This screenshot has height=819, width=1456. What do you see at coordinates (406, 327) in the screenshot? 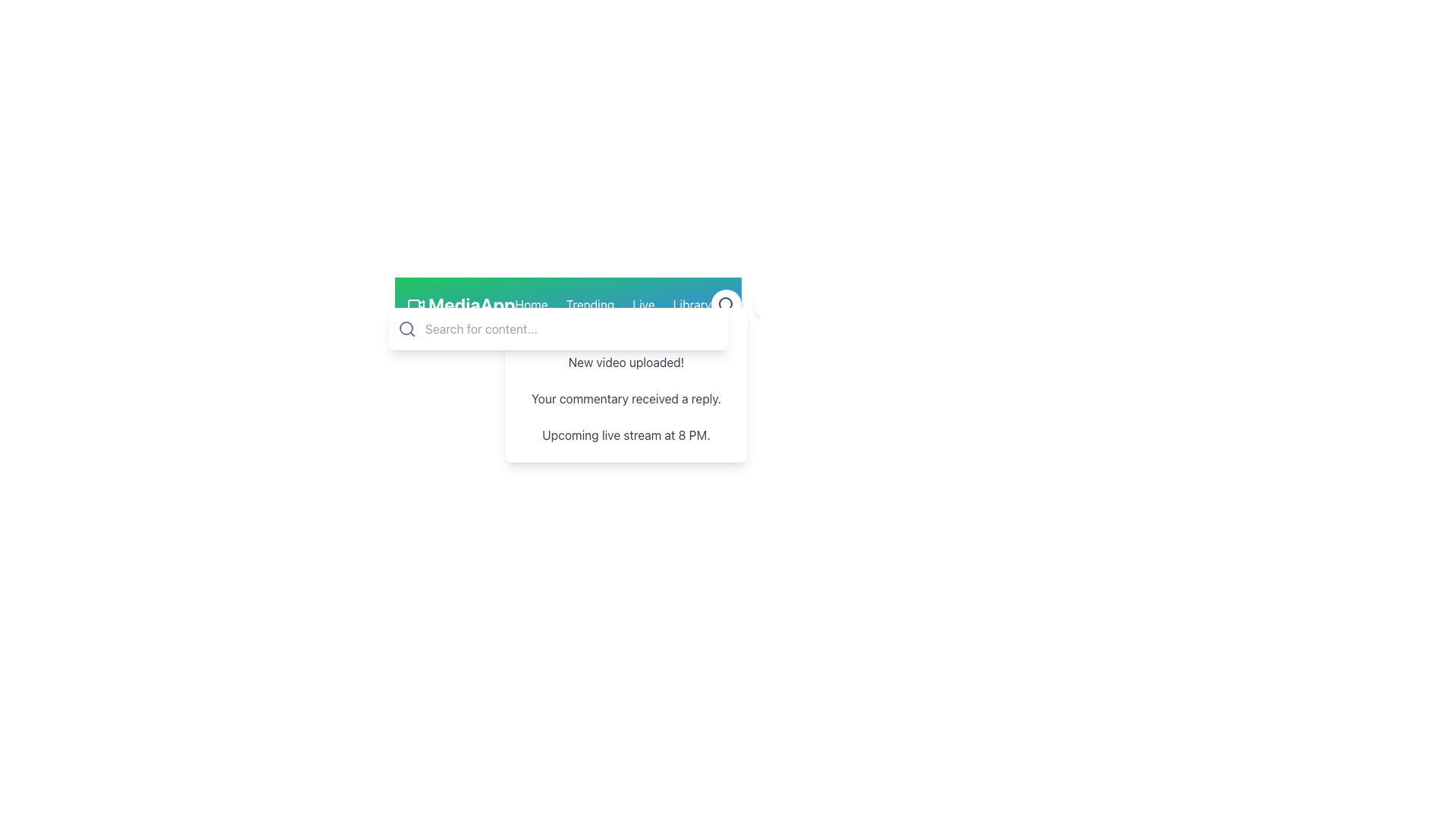
I see `the Circle component of the magnifying glass icon, which serves as the lens for initiating a search action` at bounding box center [406, 327].